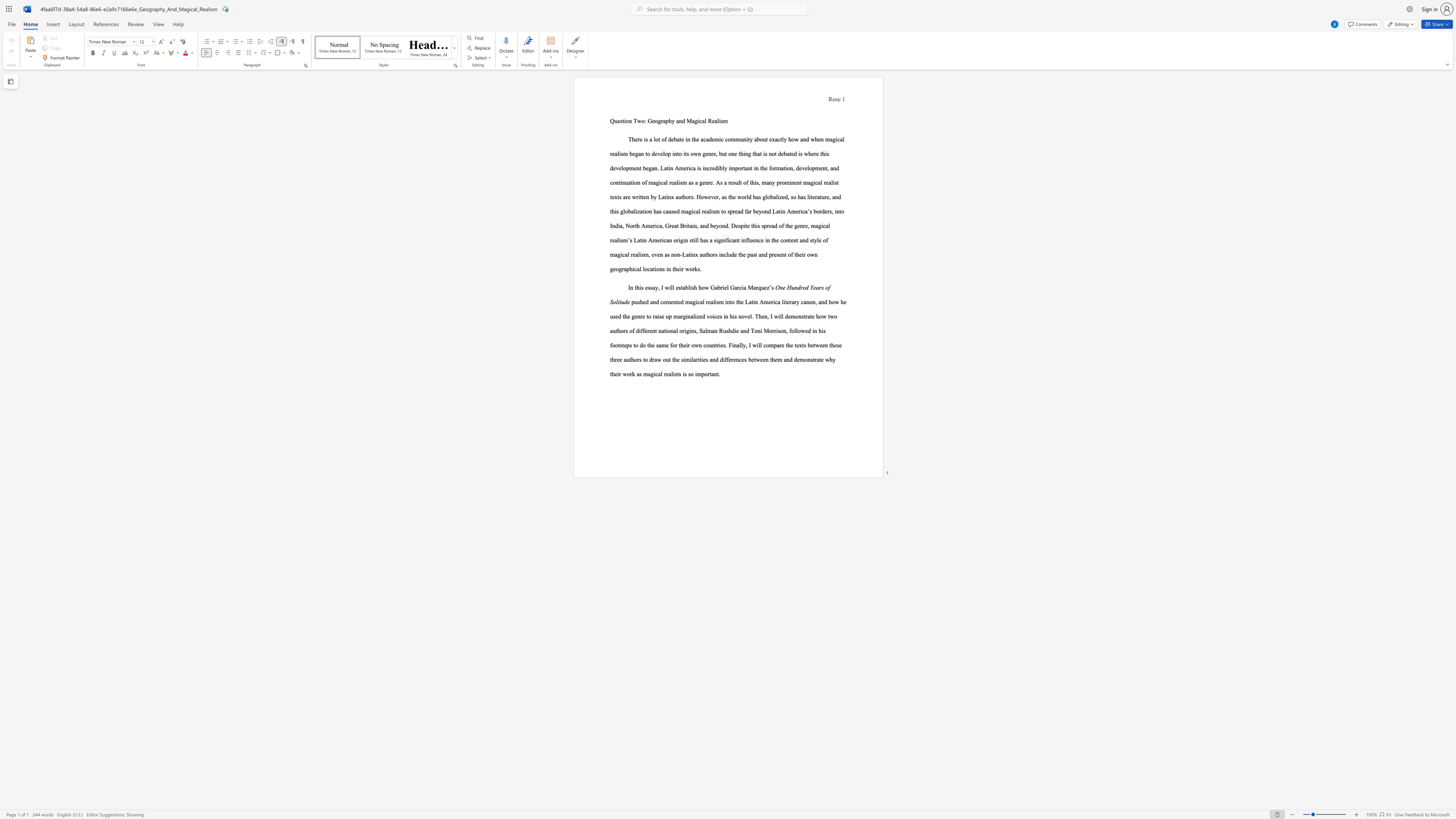 The height and width of the screenshot is (819, 1456). I want to click on the 8th character "r" in the text, so click(775, 168).